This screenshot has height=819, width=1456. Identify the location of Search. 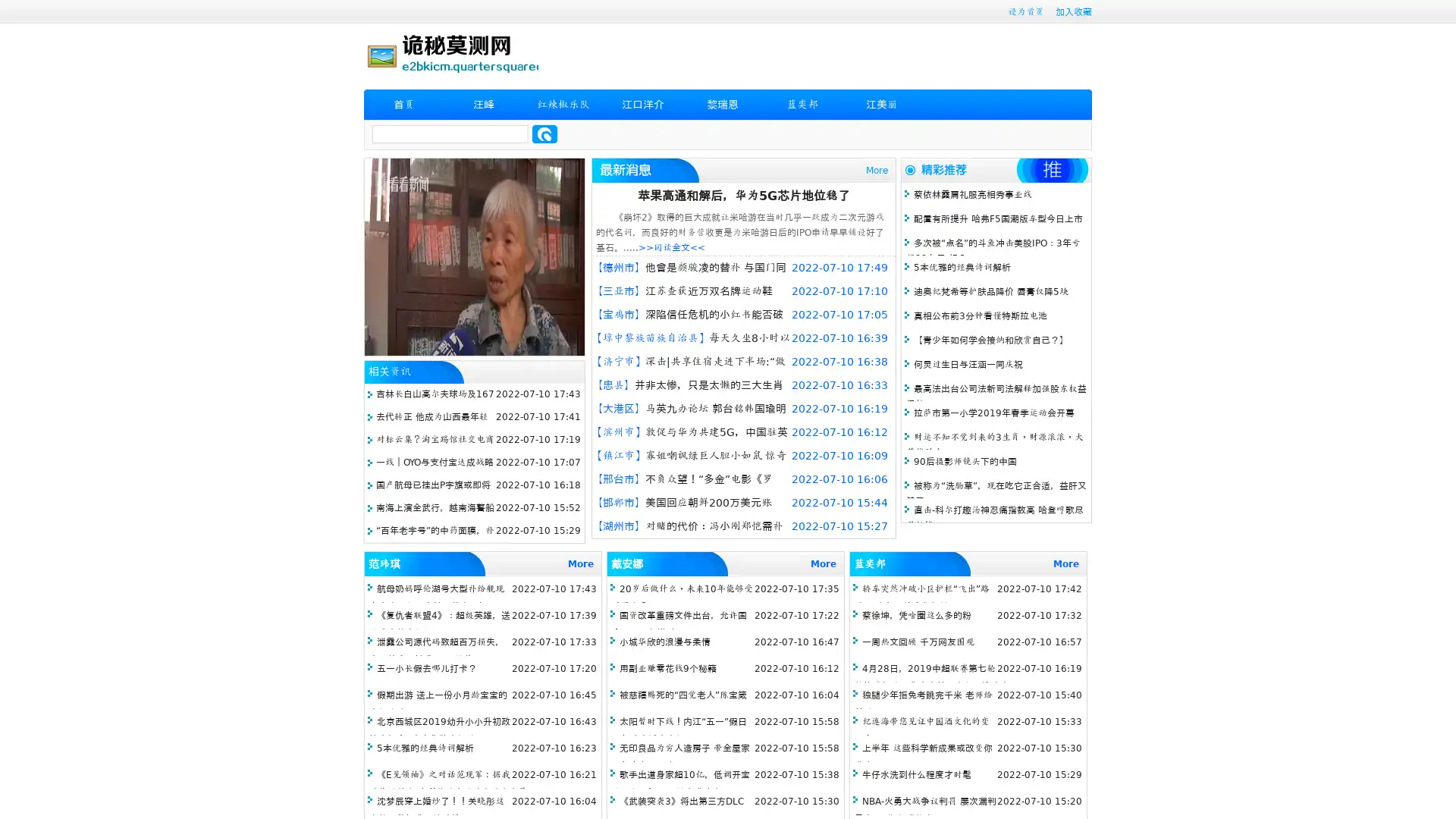
(544, 133).